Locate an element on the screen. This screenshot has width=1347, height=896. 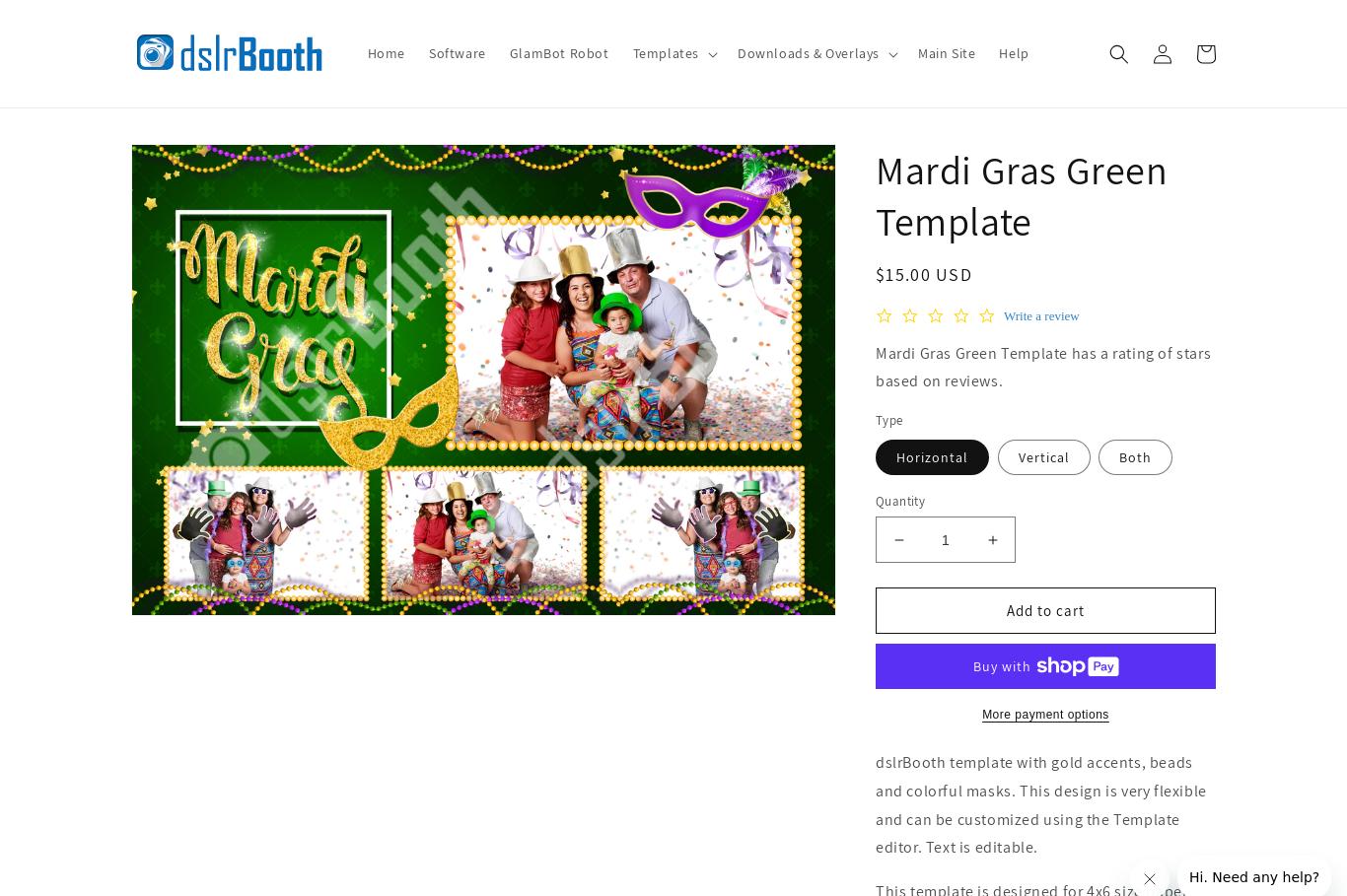
'Add to cart' is located at coordinates (1044, 609).